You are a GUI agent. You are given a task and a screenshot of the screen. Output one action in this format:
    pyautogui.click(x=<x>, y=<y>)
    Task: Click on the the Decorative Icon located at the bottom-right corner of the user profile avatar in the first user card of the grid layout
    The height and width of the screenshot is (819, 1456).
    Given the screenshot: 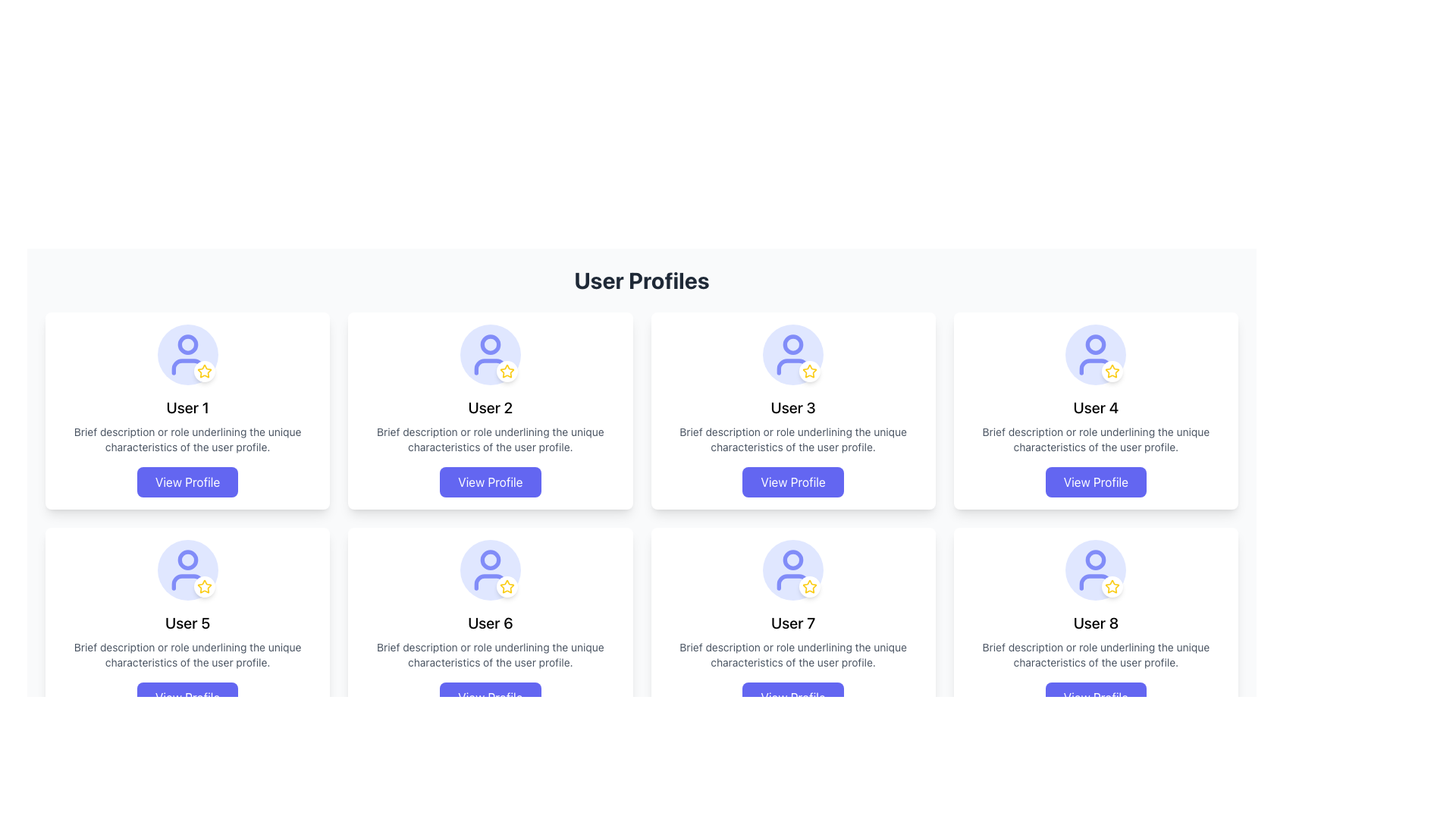 What is the action you would take?
    pyautogui.click(x=203, y=371)
    